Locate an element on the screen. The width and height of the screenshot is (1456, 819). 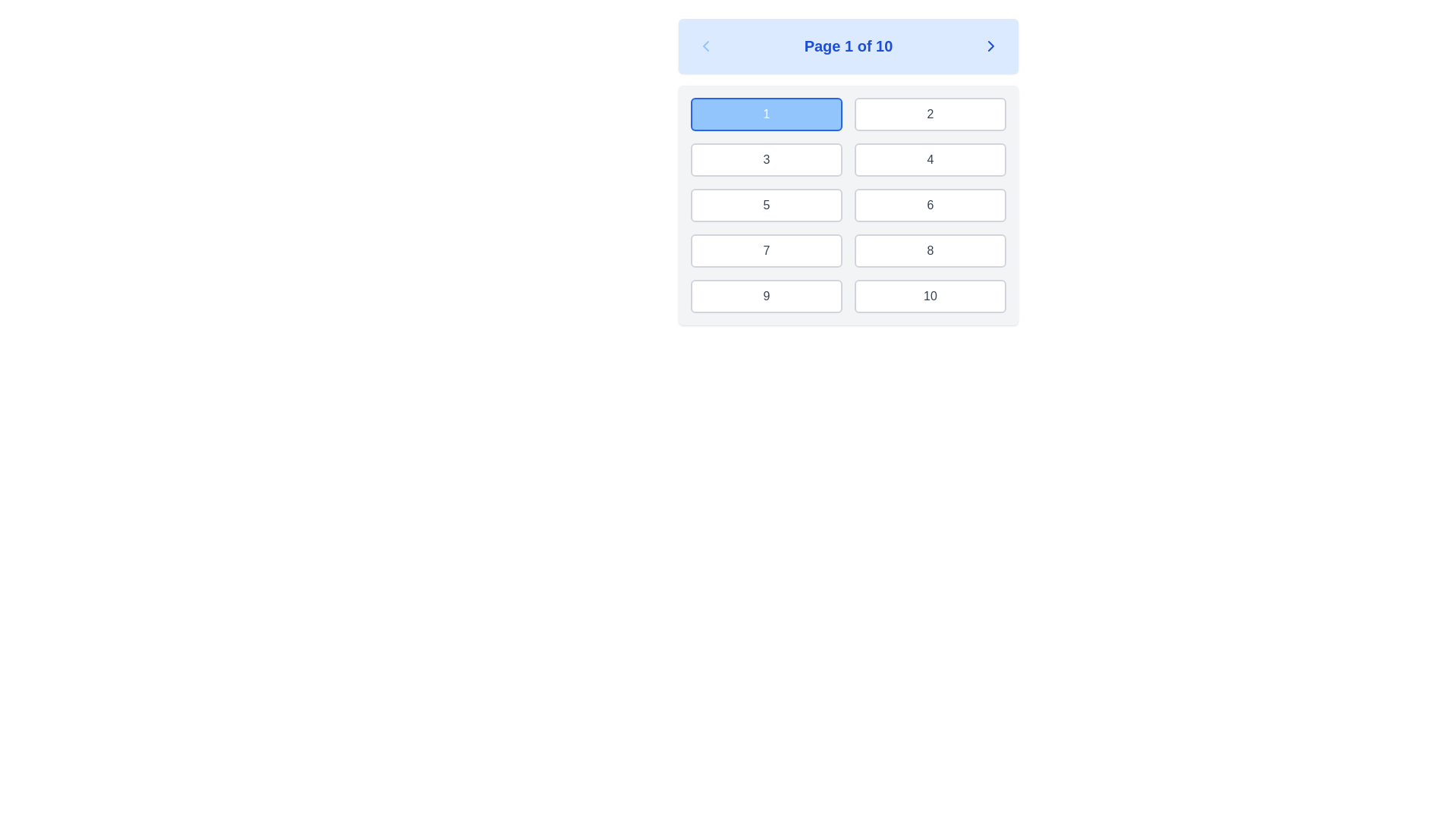
the button labeled '10' located in the bottom right of the grid layout on 'Page 1 of 10' to visualize its hover effects is located at coordinates (930, 296).